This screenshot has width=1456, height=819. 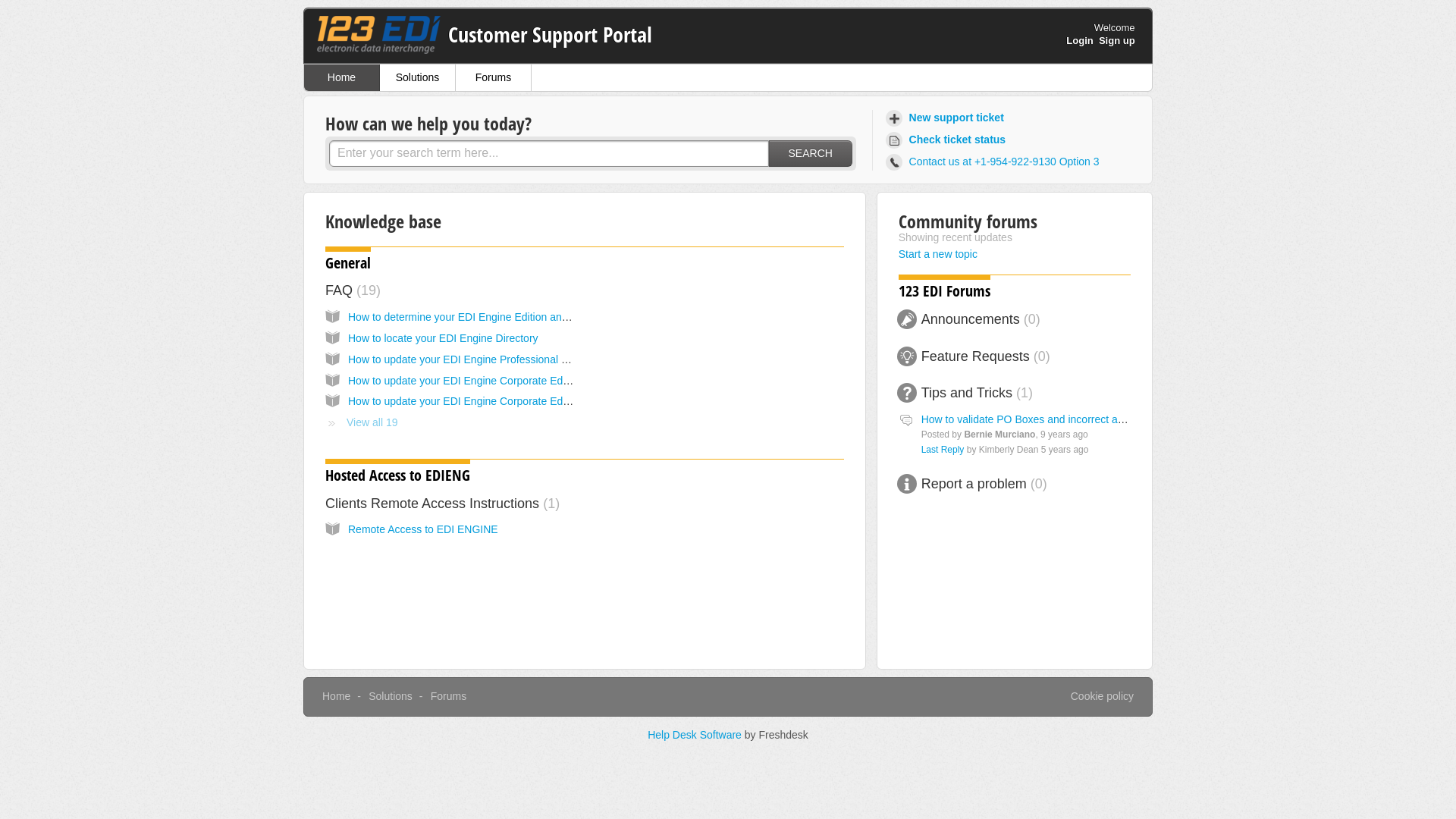 I want to click on '123 EDI Forums', so click(x=943, y=290).